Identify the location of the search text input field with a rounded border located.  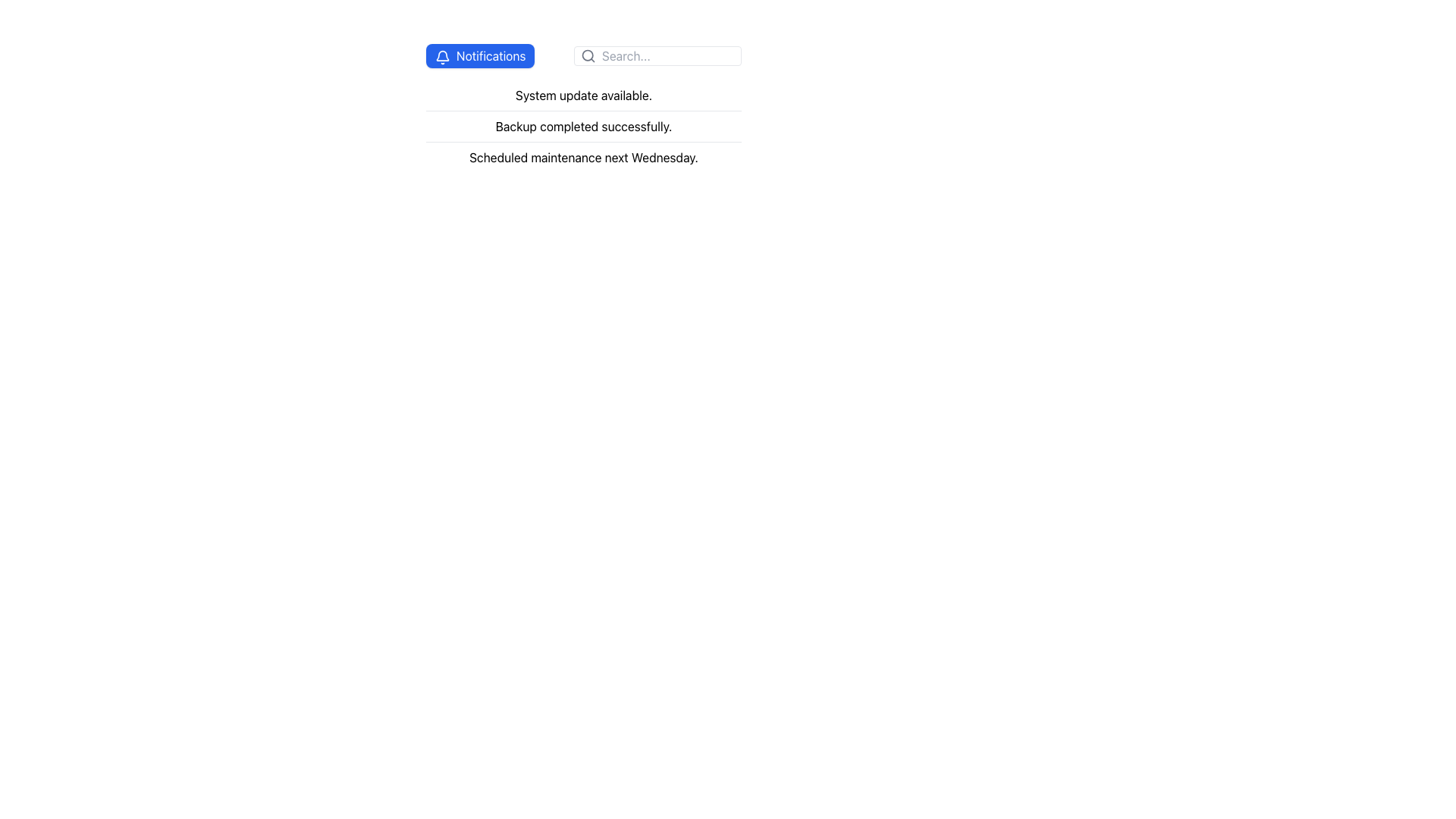
(582, 55).